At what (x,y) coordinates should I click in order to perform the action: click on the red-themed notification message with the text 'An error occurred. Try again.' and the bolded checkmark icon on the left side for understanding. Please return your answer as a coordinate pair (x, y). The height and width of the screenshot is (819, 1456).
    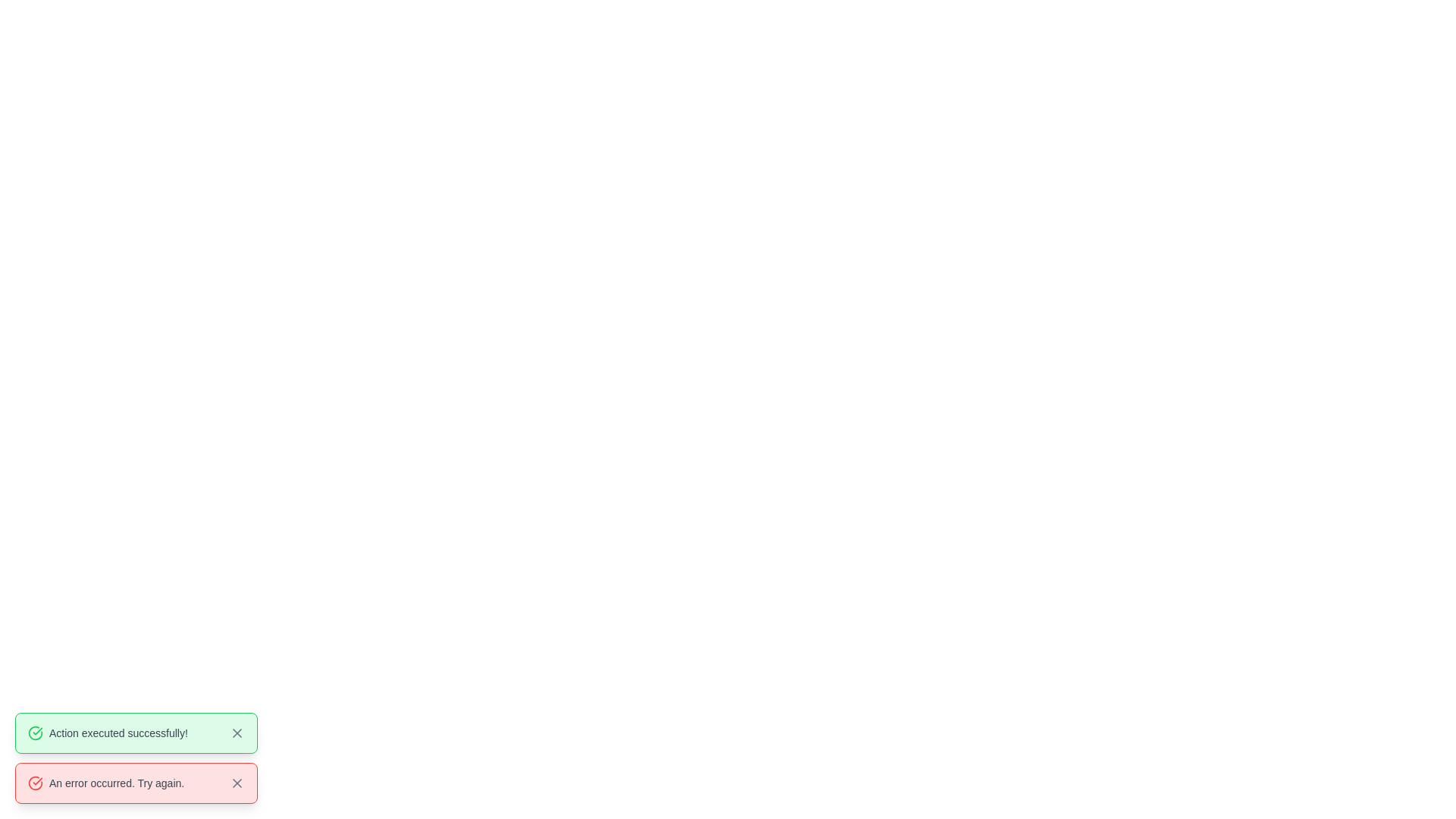
    Looking at the image, I should click on (105, 783).